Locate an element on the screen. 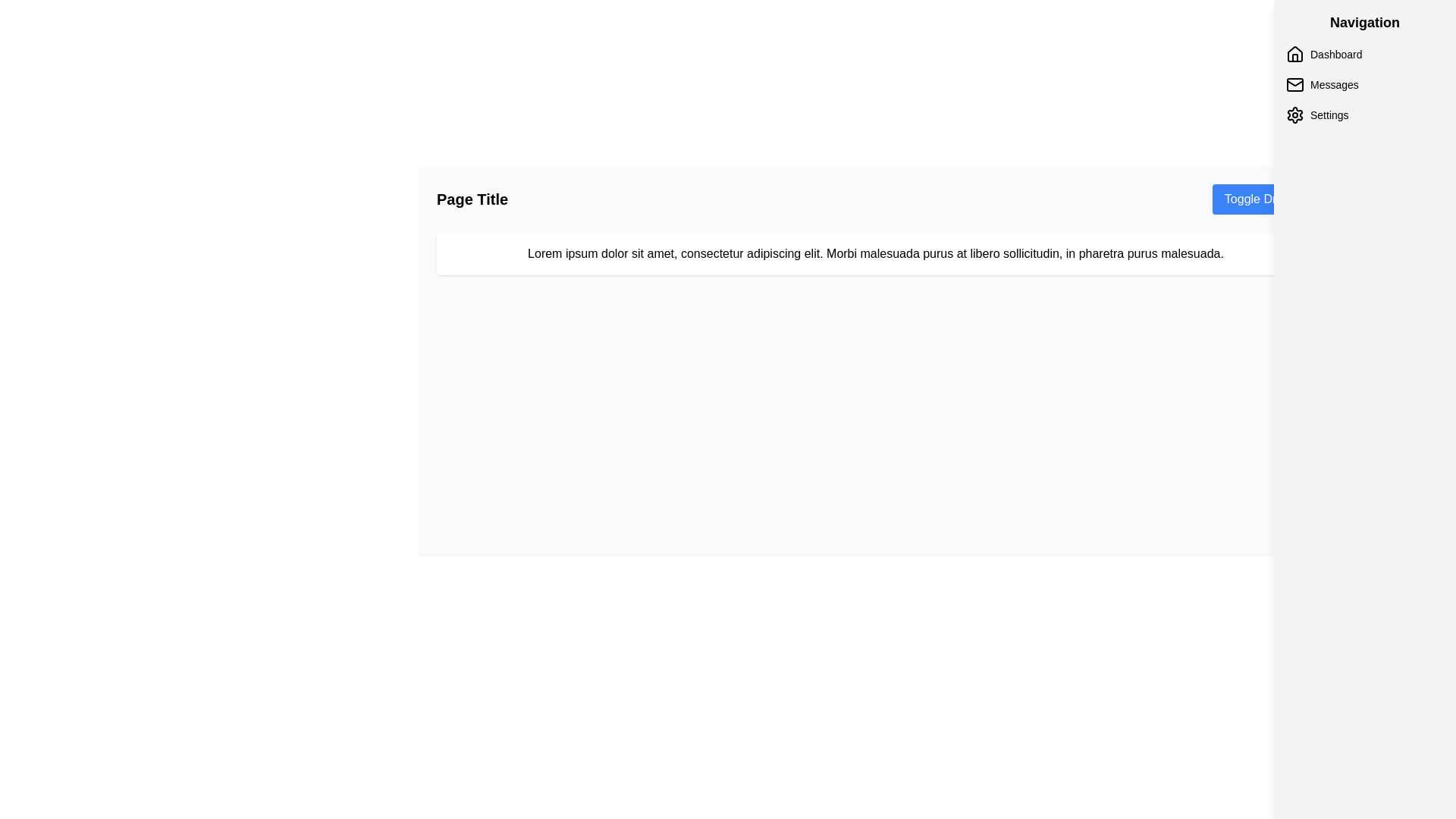 This screenshot has width=1456, height=819. the bold and prominent 'Navigation' text label located at the top of the vertical sidebar menu is located at coordinates (1365, 23).